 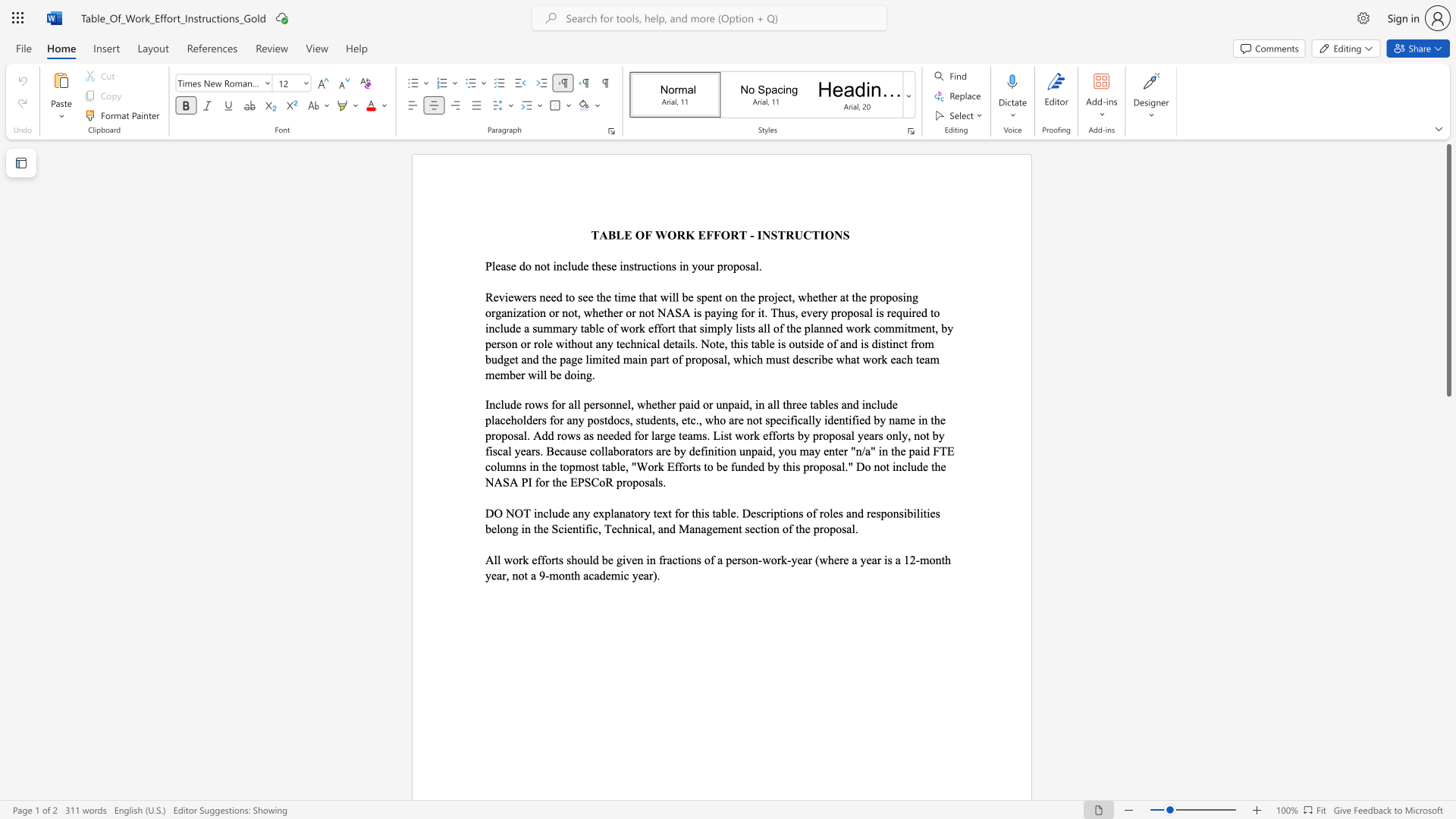 I want to click on the right-hand scrollbar to descend the page, so click(x=1448, y=454).